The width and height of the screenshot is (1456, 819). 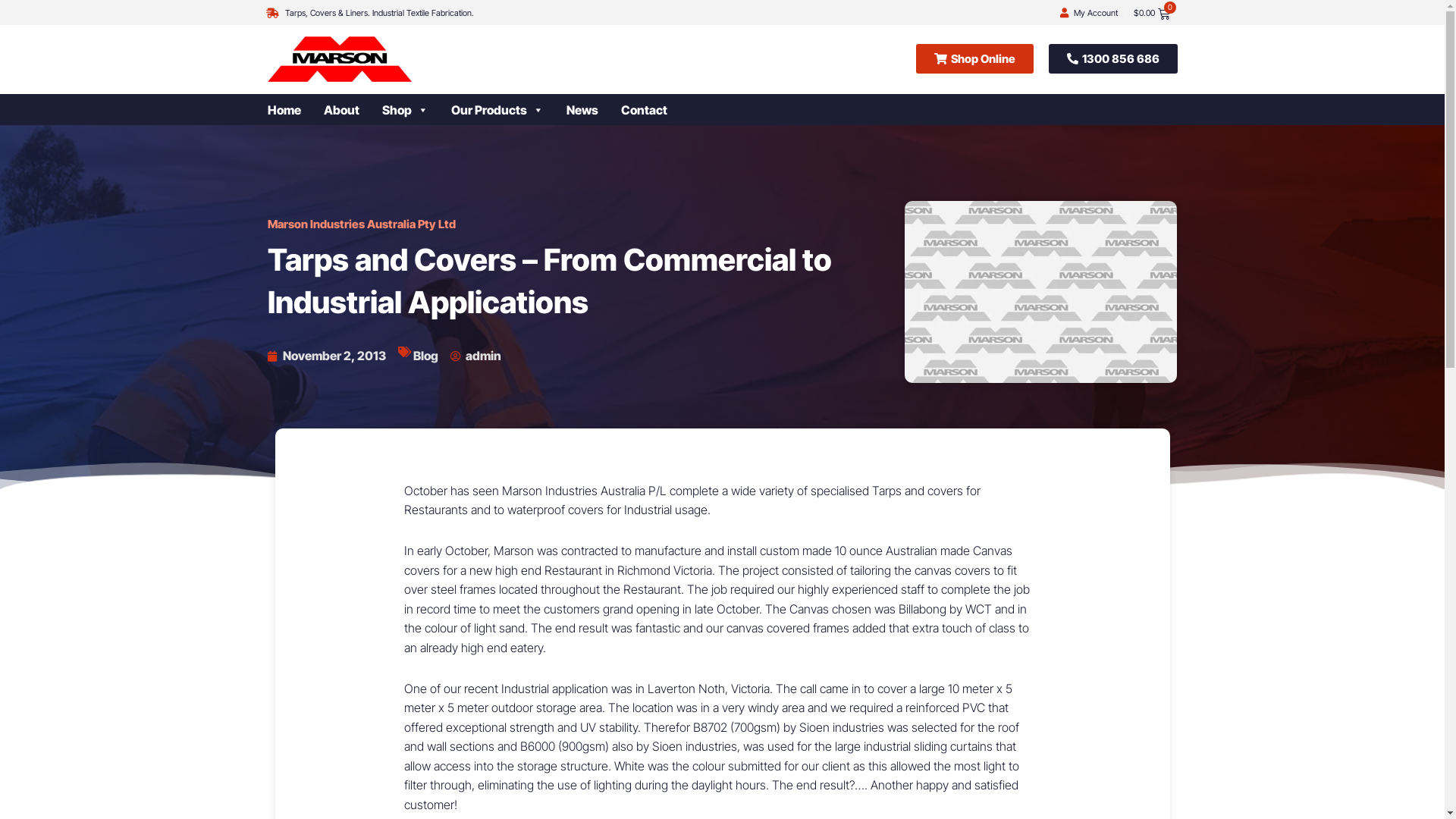 What do you see at coordinates (325, 356) in the screenshot?
I see `'November 2, 2013'` at bounding box center [325, 356].